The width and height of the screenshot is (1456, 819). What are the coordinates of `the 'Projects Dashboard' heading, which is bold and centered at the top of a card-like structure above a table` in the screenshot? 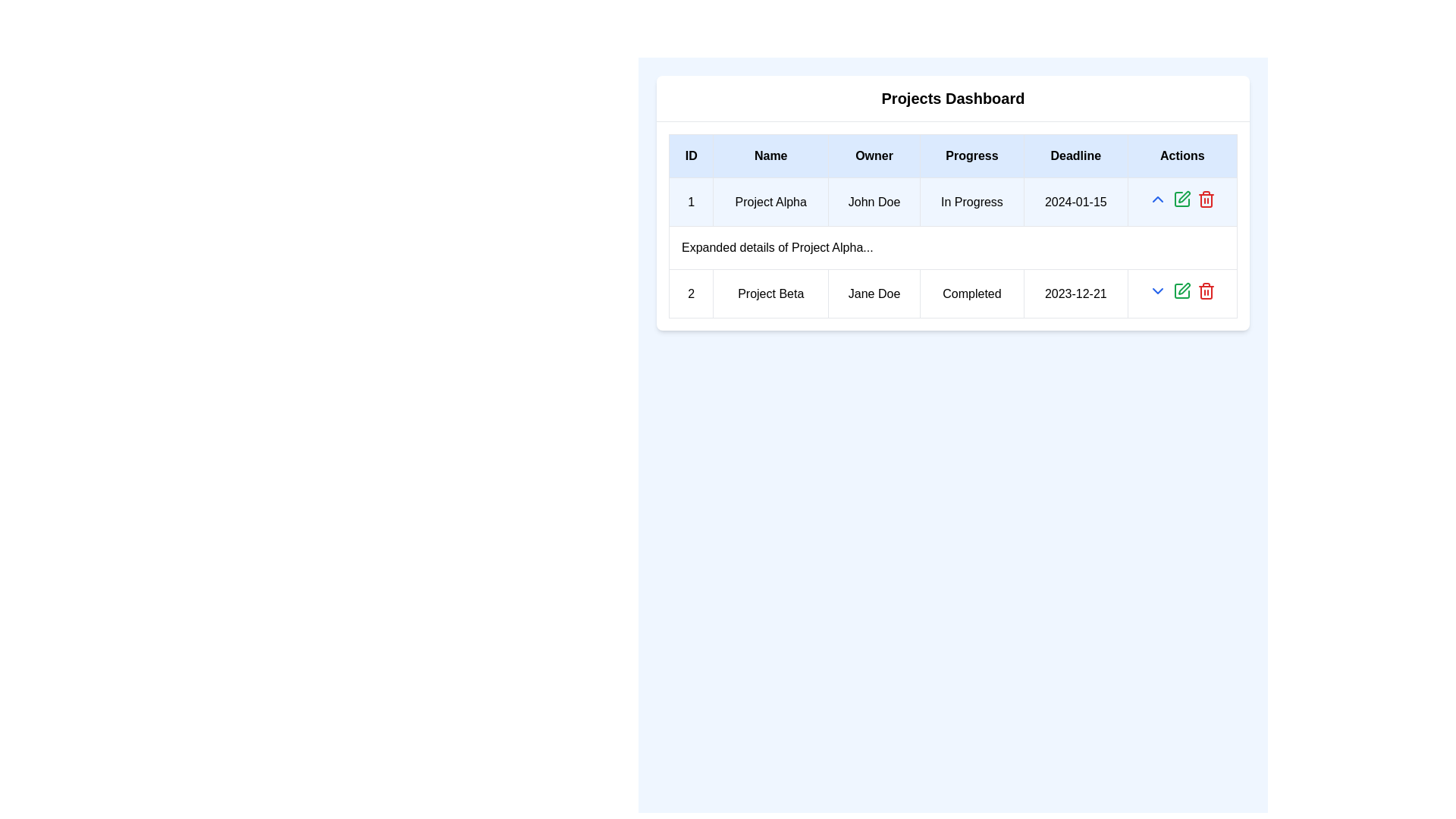 It's located at (952, 99).